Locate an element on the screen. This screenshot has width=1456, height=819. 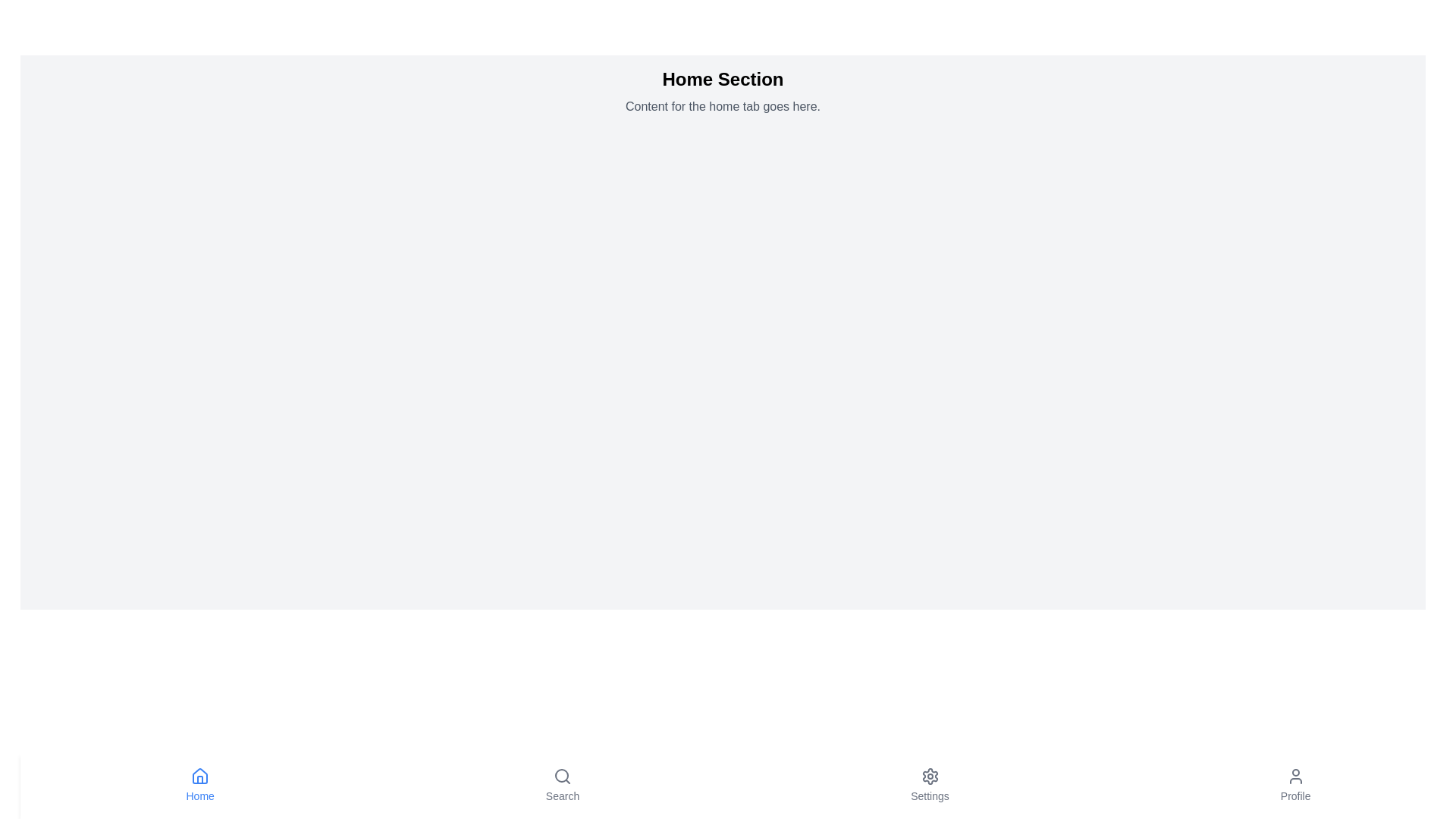
the gear-shaped icon representing 'Settings' located in the bottom navigation bar is located at coordinates (929, 776).